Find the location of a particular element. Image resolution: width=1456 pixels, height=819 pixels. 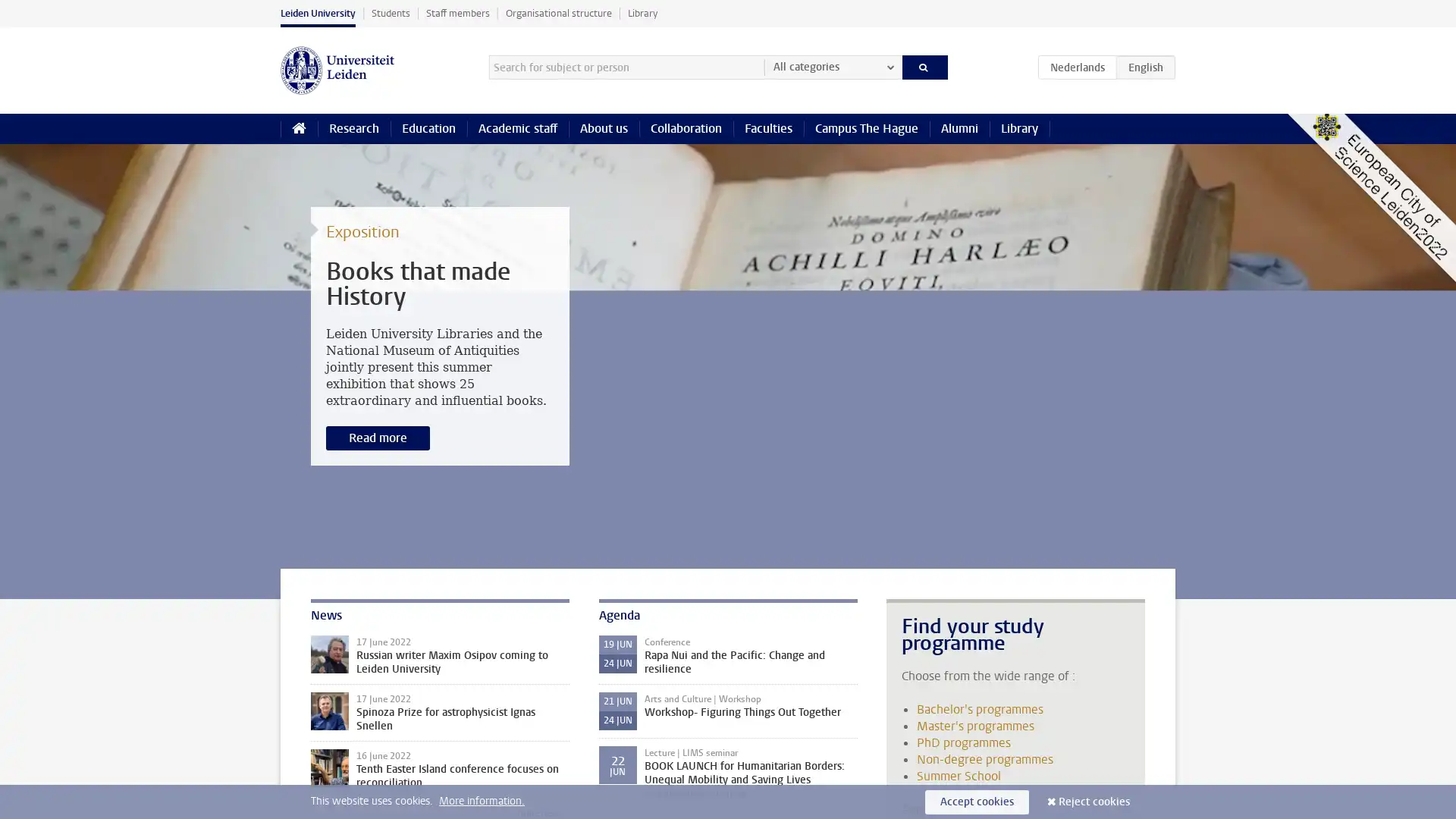

Accept cookies is located at coordinates (977, 801).